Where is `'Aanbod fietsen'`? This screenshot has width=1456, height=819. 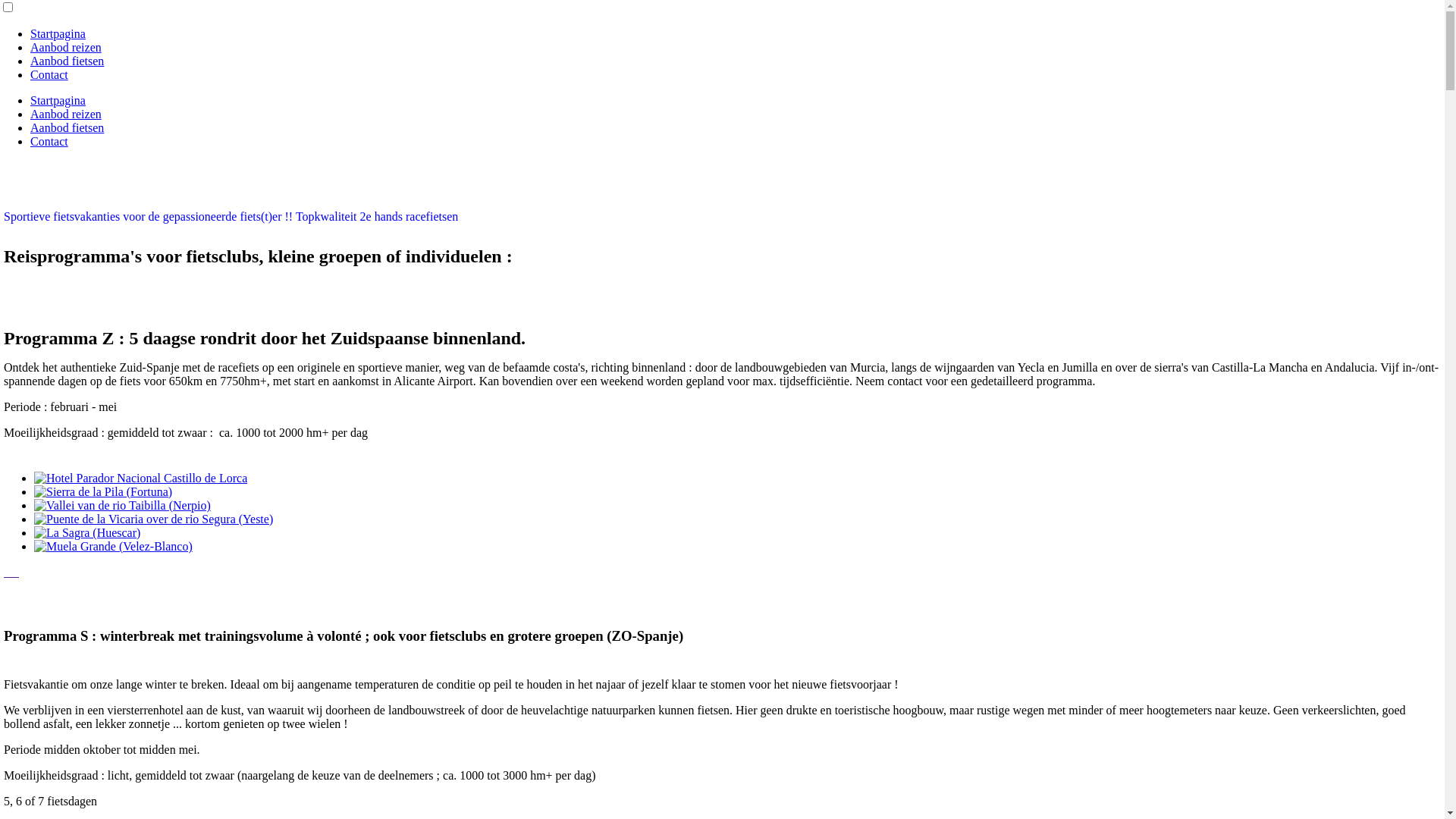
'Aanbod fietsen' is located at coordinates (66, 127).